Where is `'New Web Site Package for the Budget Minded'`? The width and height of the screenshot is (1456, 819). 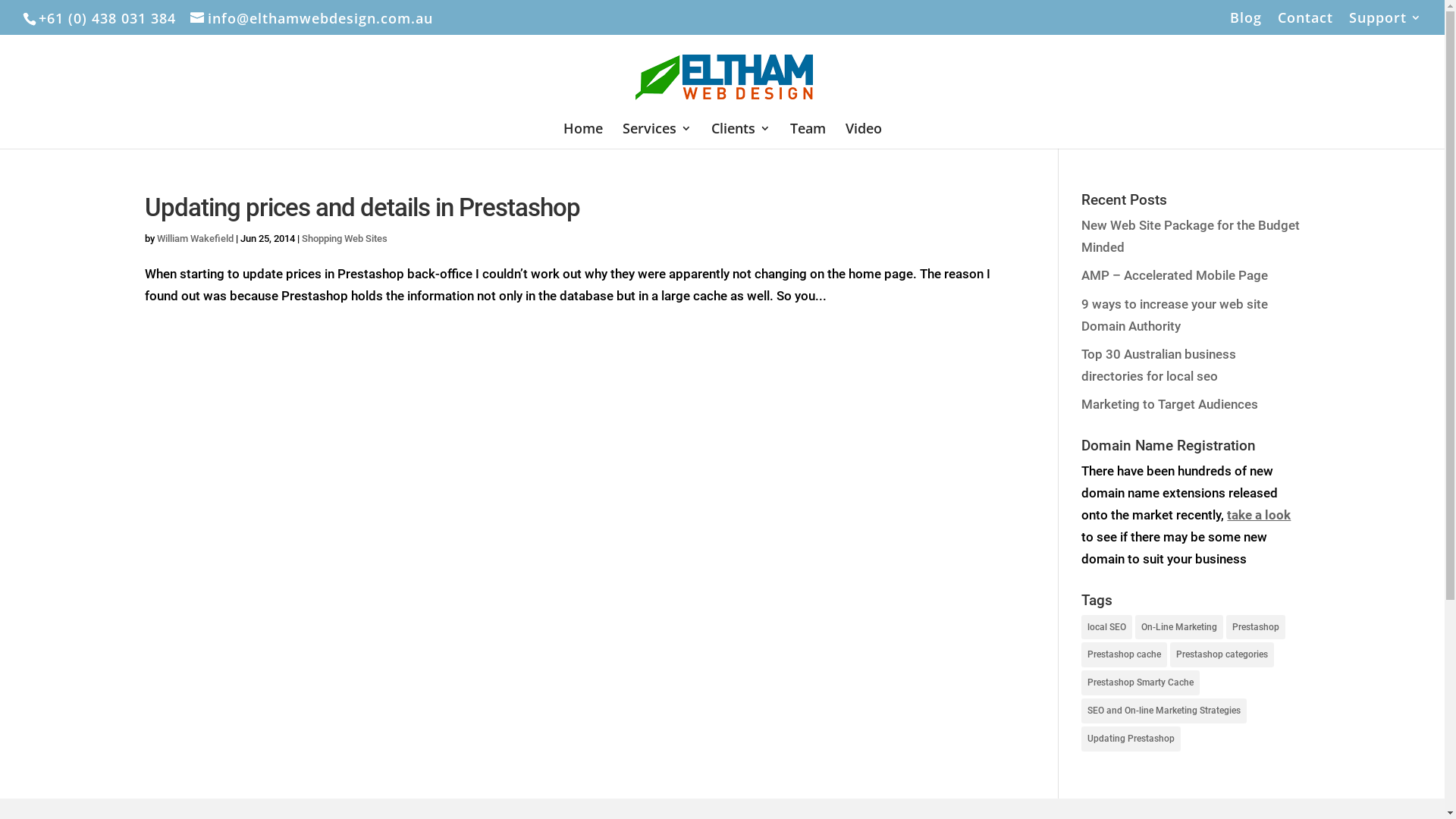 'New Web Site Package for the Budget Minded' is located at coordinates (1080, 236).